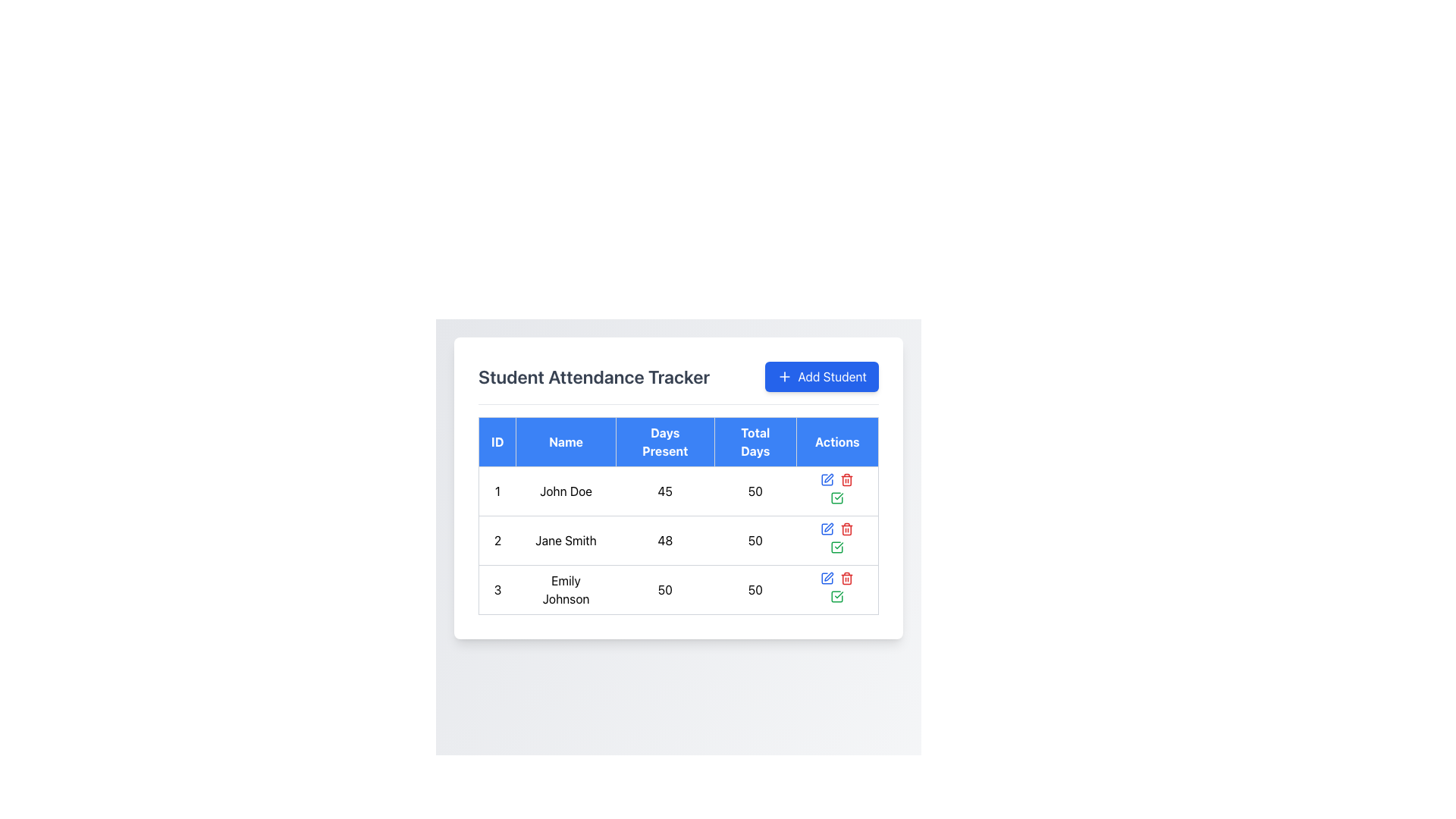 This screenshot has height=819, width=1456. What do you see at coordinates (497, 540) in the screenshot?
I see `the numerical text component displaying the value '2' in the second row, first column of the 'Student Attendance Tracker', under the column header 'ID'` at bounding box center [497, 540].